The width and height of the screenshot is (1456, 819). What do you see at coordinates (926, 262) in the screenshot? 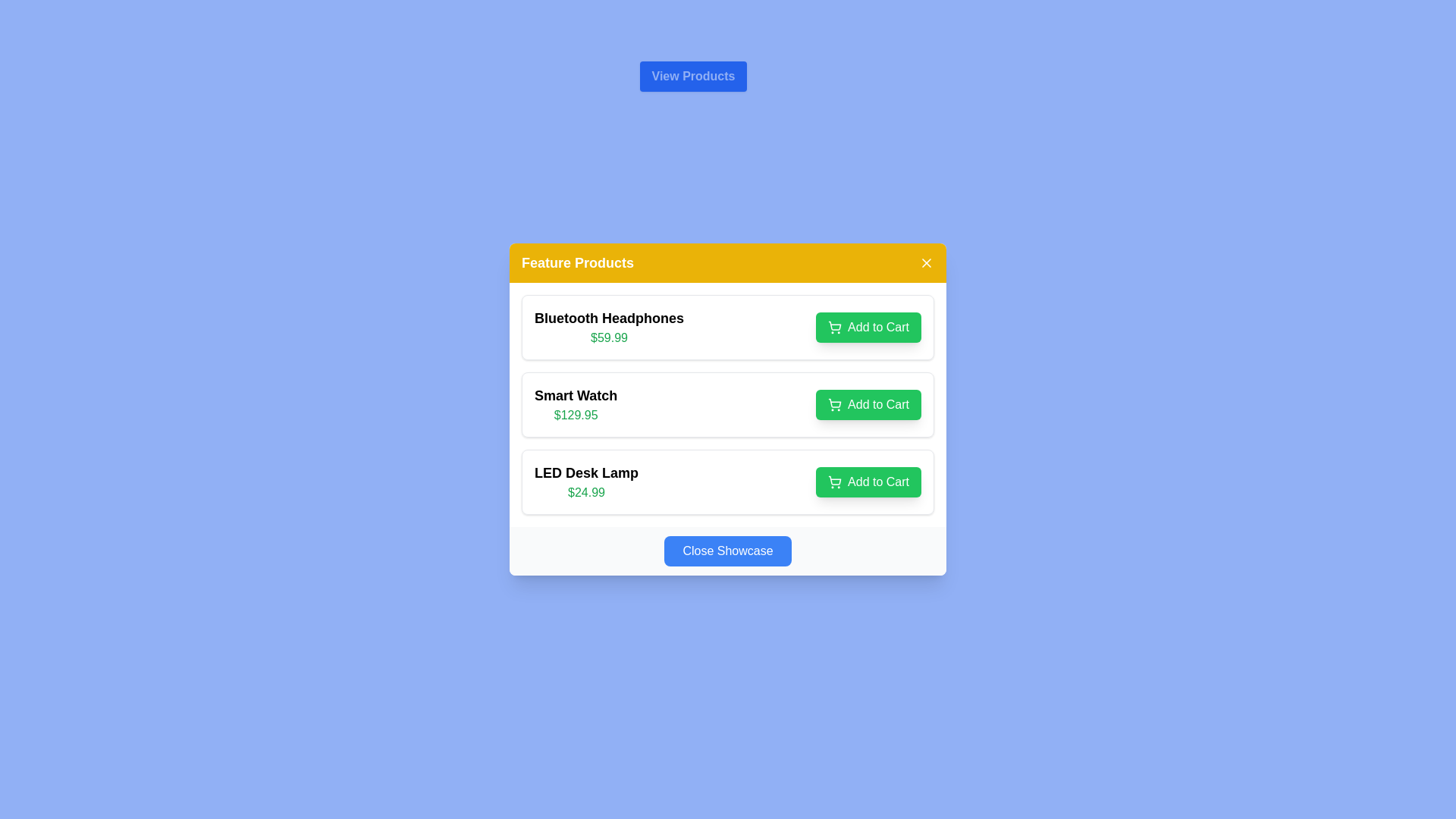
I see `the close button located at the top-right corner of the yellow header section labeled 'Feature Products'` at bounding box center [926, 262].